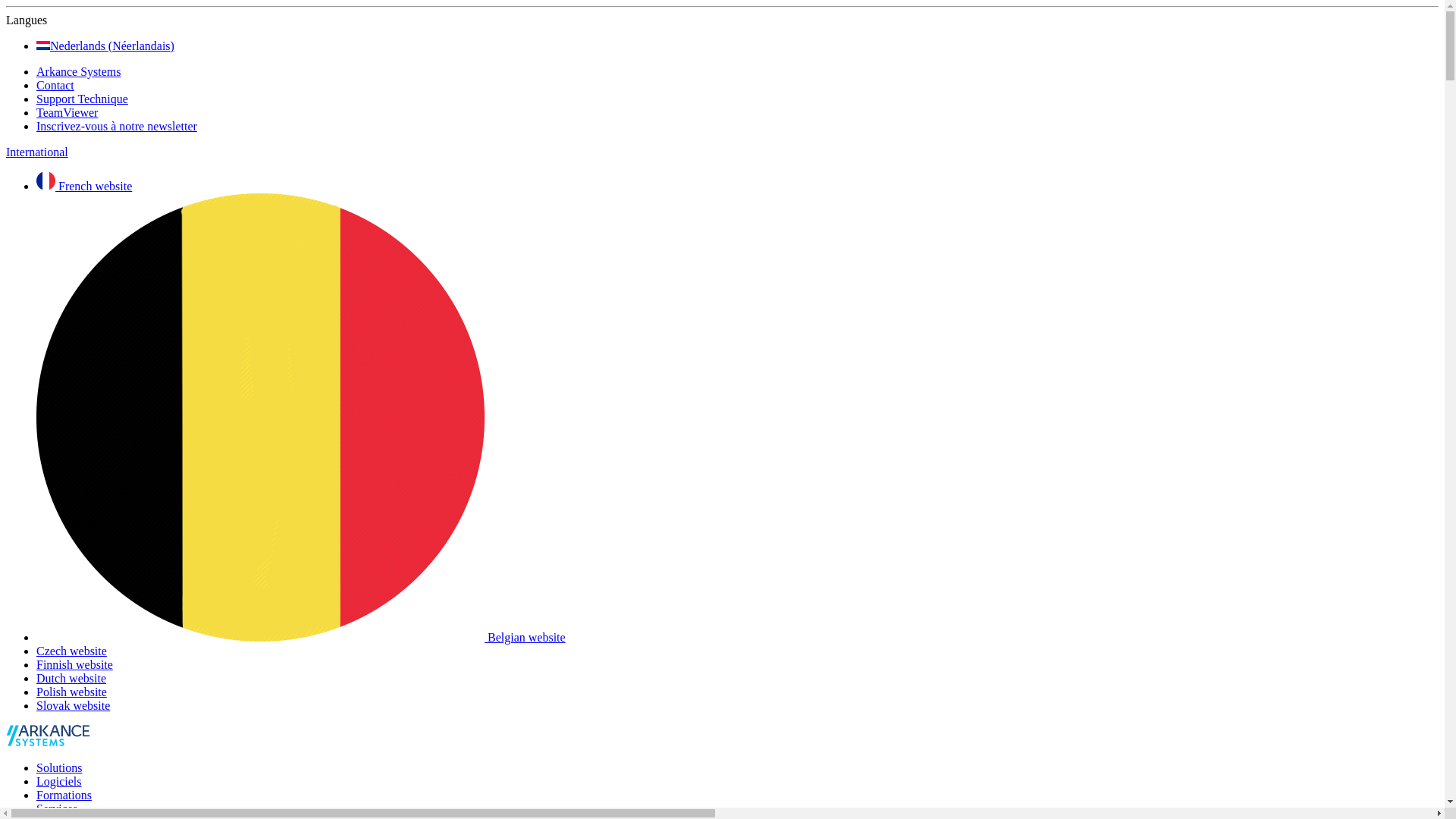  I want to click on 'Logiciels', so click(58, 781).